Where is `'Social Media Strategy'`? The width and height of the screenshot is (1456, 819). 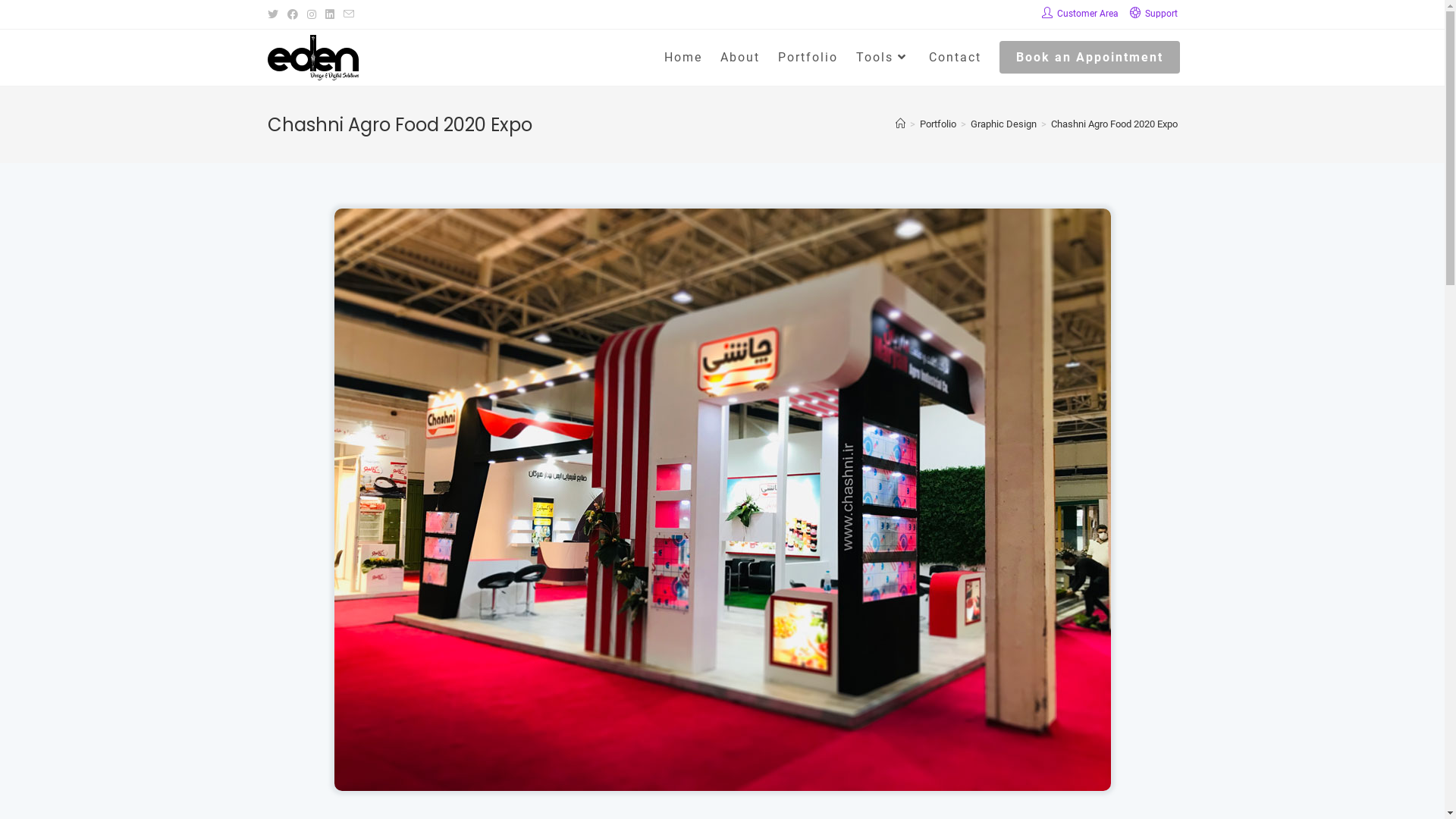 'Social Media Strategy' is located at coordinates (836, 742).